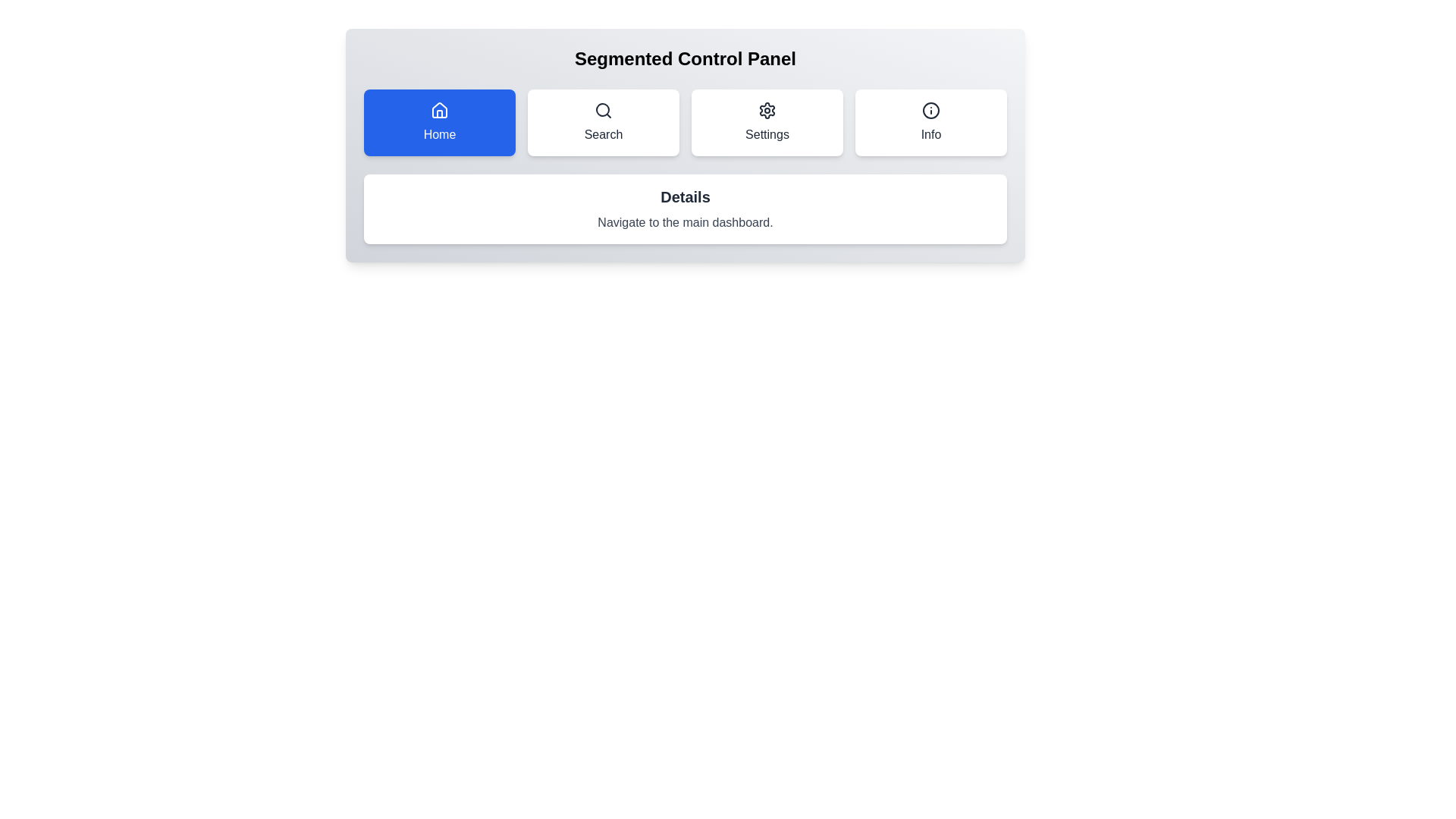 This screenshot has width=1456, height=819. Describe the element at coordinates (767, 110) in the screenshot. I see `the 'Settings' icon in the segmented control panel` at that location.